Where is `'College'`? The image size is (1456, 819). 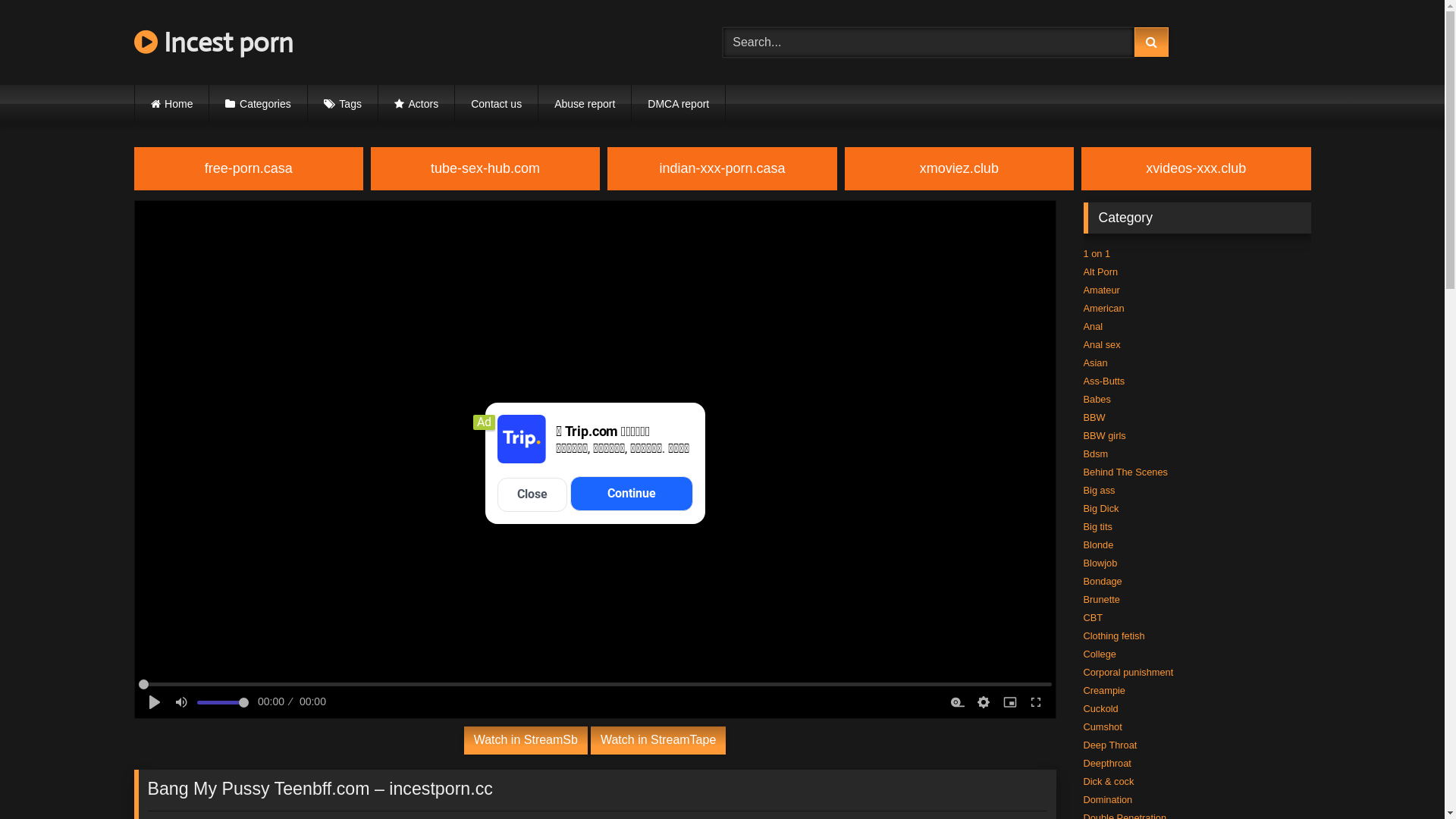 'College' is located at coordinates (1099, 653).